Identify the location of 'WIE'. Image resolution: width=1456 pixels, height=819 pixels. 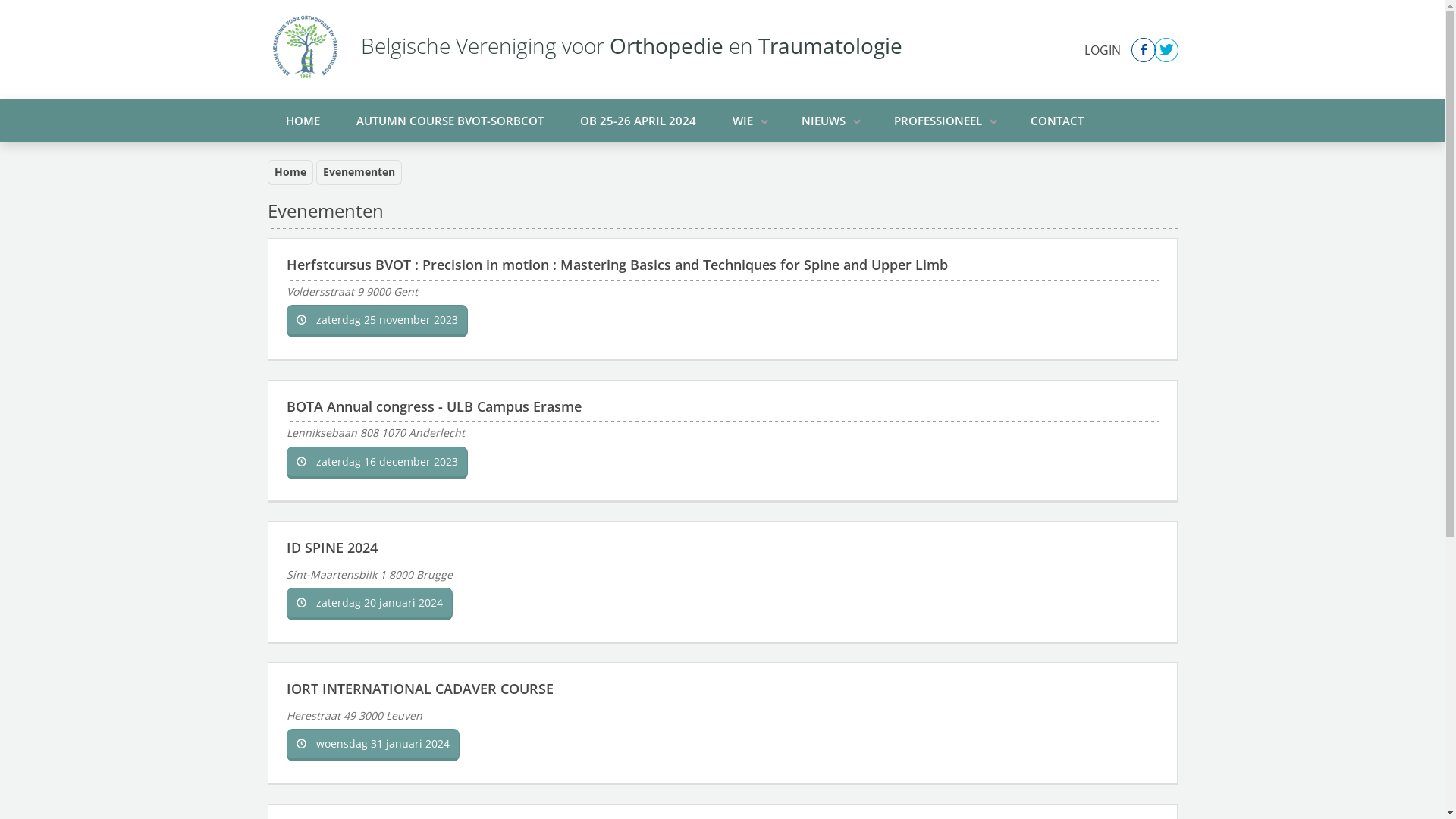
(748, 119).